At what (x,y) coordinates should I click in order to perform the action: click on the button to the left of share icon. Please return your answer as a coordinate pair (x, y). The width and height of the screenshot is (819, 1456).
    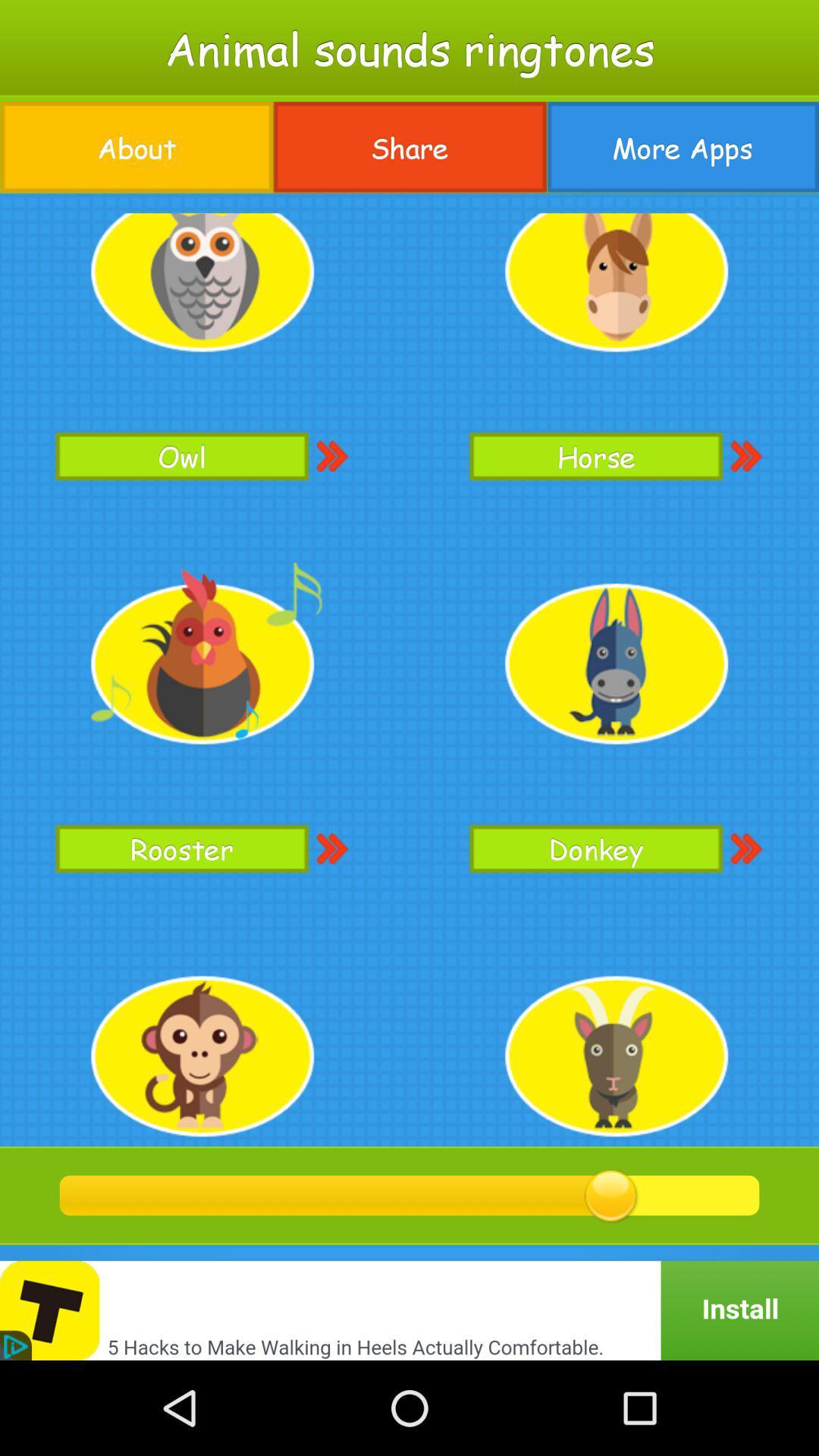
    Looking at the image, I should click on (136, 147).